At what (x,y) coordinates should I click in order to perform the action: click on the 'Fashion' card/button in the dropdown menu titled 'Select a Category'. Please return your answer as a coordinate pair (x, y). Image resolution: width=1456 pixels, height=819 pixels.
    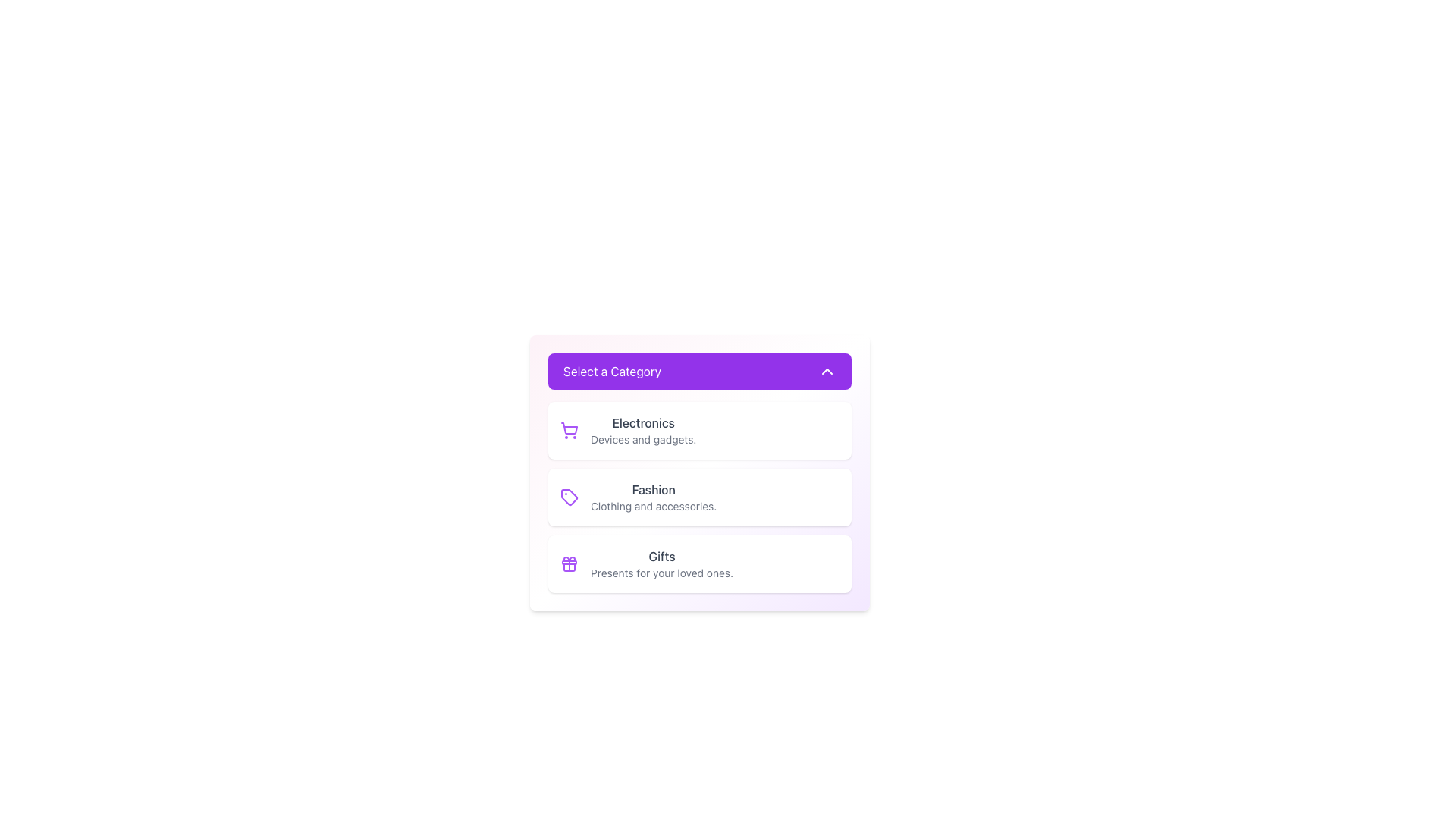
    Looking at the image, I should click on (698, 497).